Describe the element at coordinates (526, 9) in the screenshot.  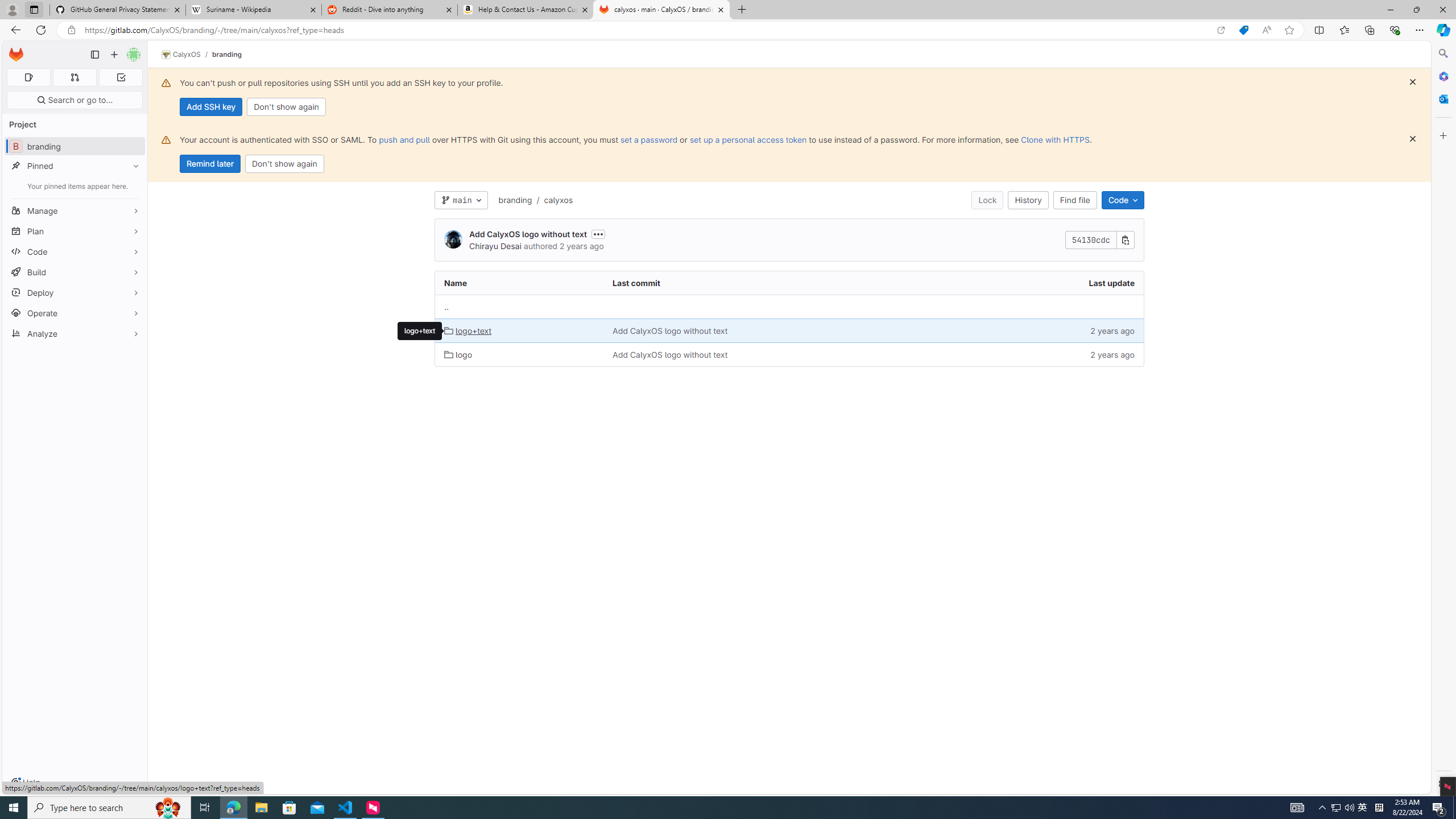
I see `'Help & Contact Us - Amazon Customer Service'` at that location.